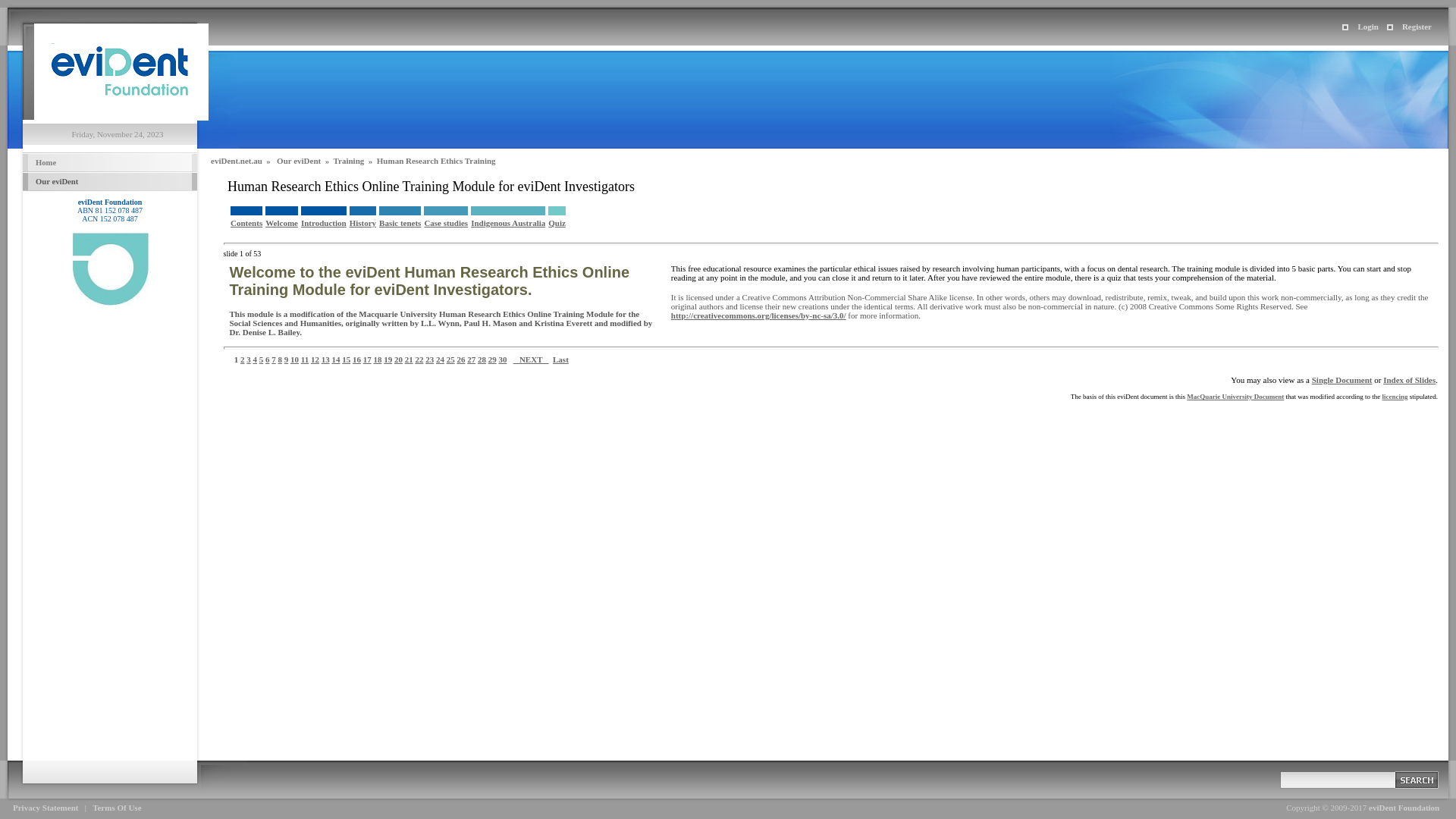 The width and height of the screenshot is (1456, 819). What do you see at coordinates (445, 222) in the screenshot?
I see `'Case studies'` at bounding box center [445, 222].